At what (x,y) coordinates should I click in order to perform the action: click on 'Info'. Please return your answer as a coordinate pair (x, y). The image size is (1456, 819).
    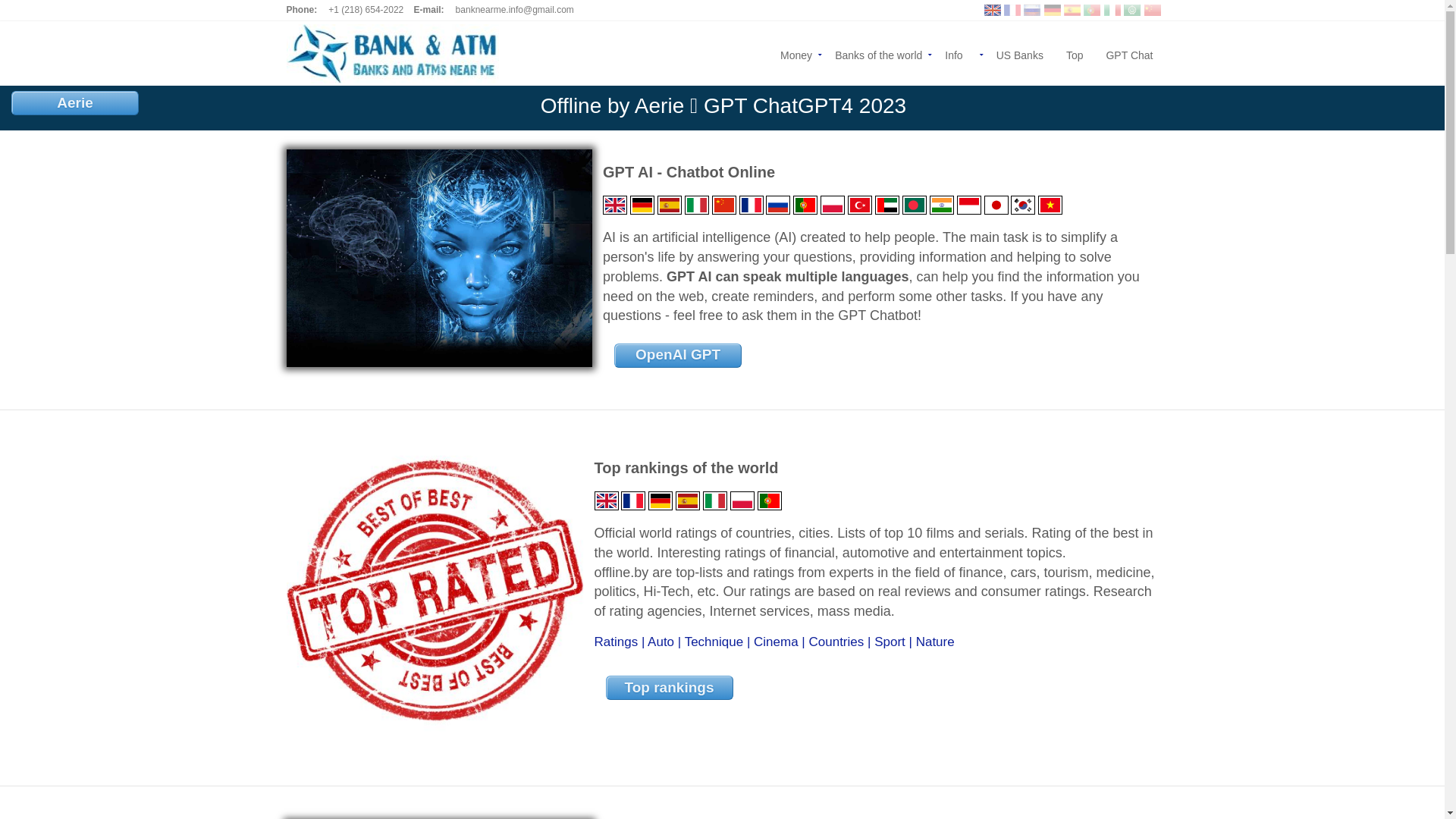
    Looking at the image, I should click on (958, 52).